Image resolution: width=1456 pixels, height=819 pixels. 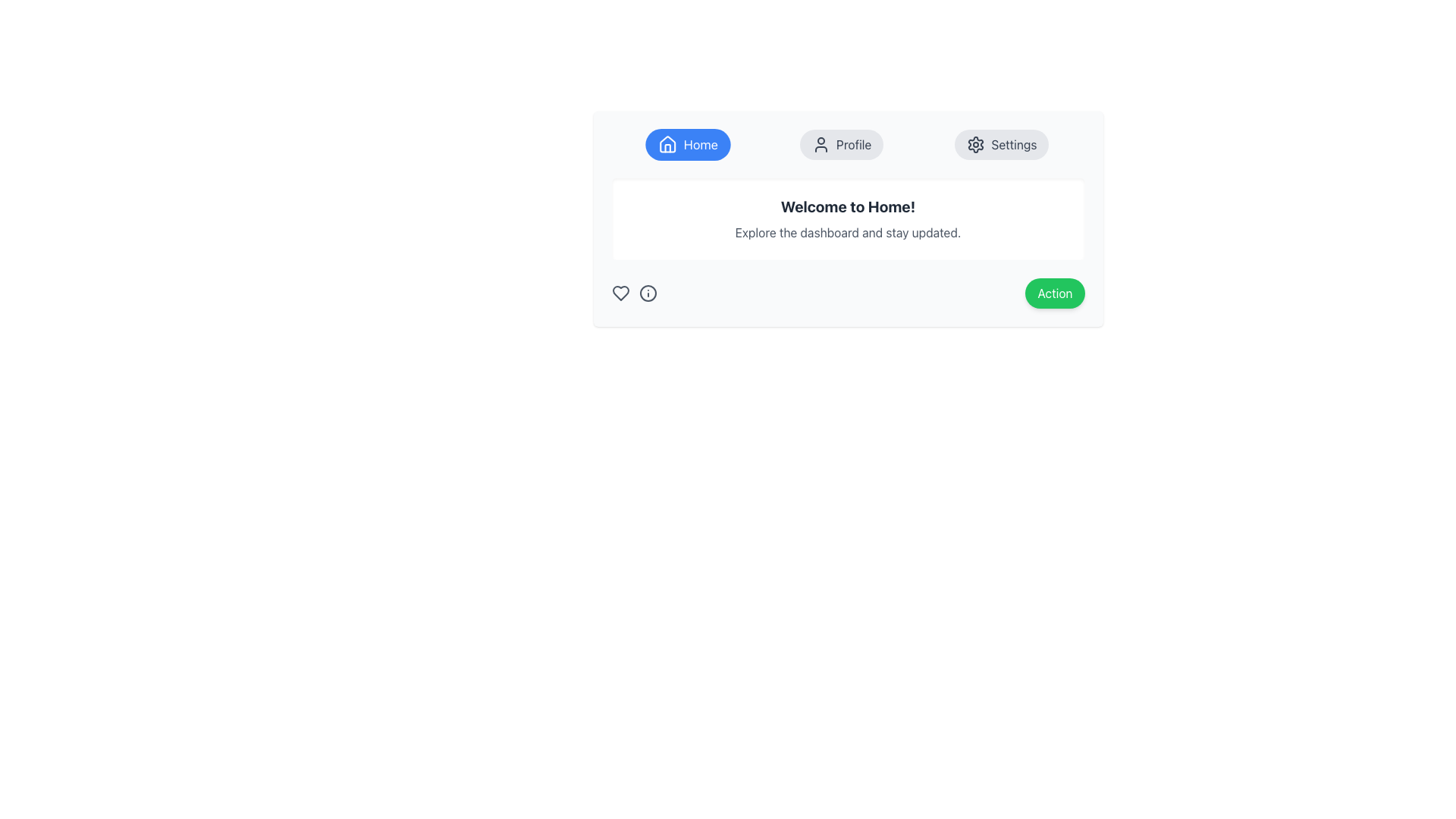 I want to click on the 'favorite' or 'like' icon located at the bottom-left corner of the white rectangular card, which is the first symbol in a horizontal group of icons, so click(x=620, y=293).